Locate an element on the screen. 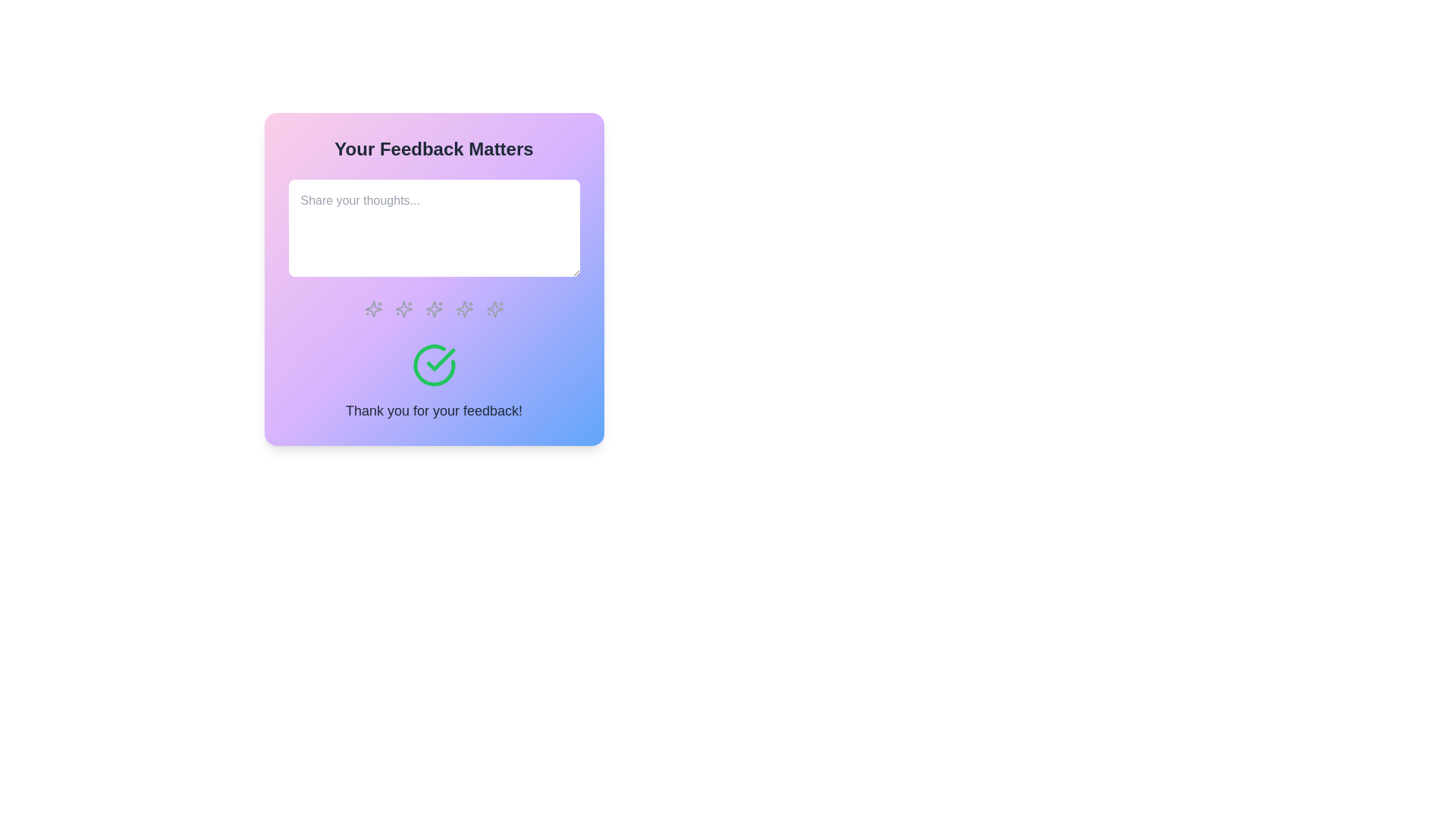 The height and width of the screenshot is (819, 1456). the sixth gray icon button with a sparkles design is located at coordinates (463, 309).